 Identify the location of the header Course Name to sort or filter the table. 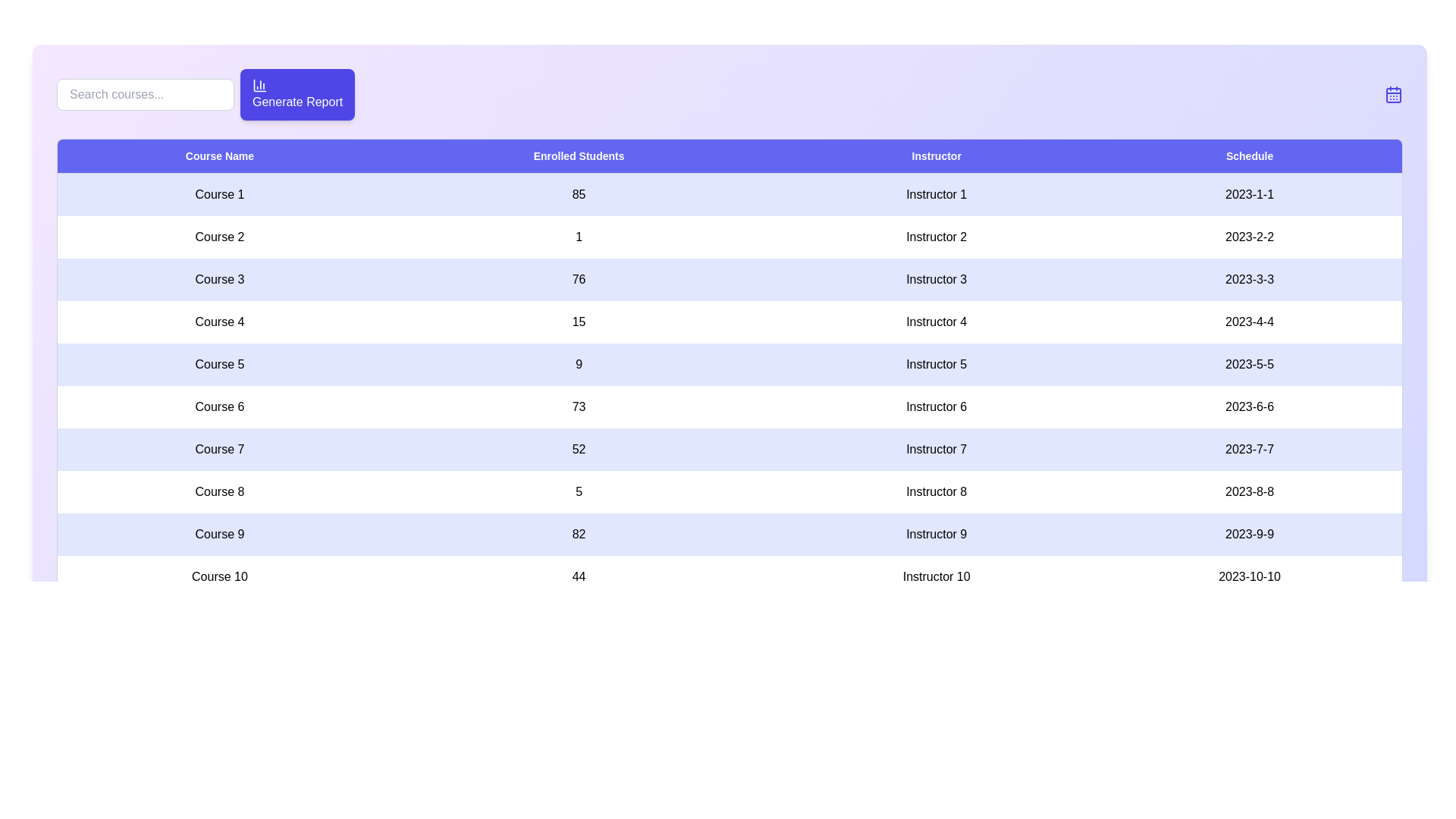
(218, 156).